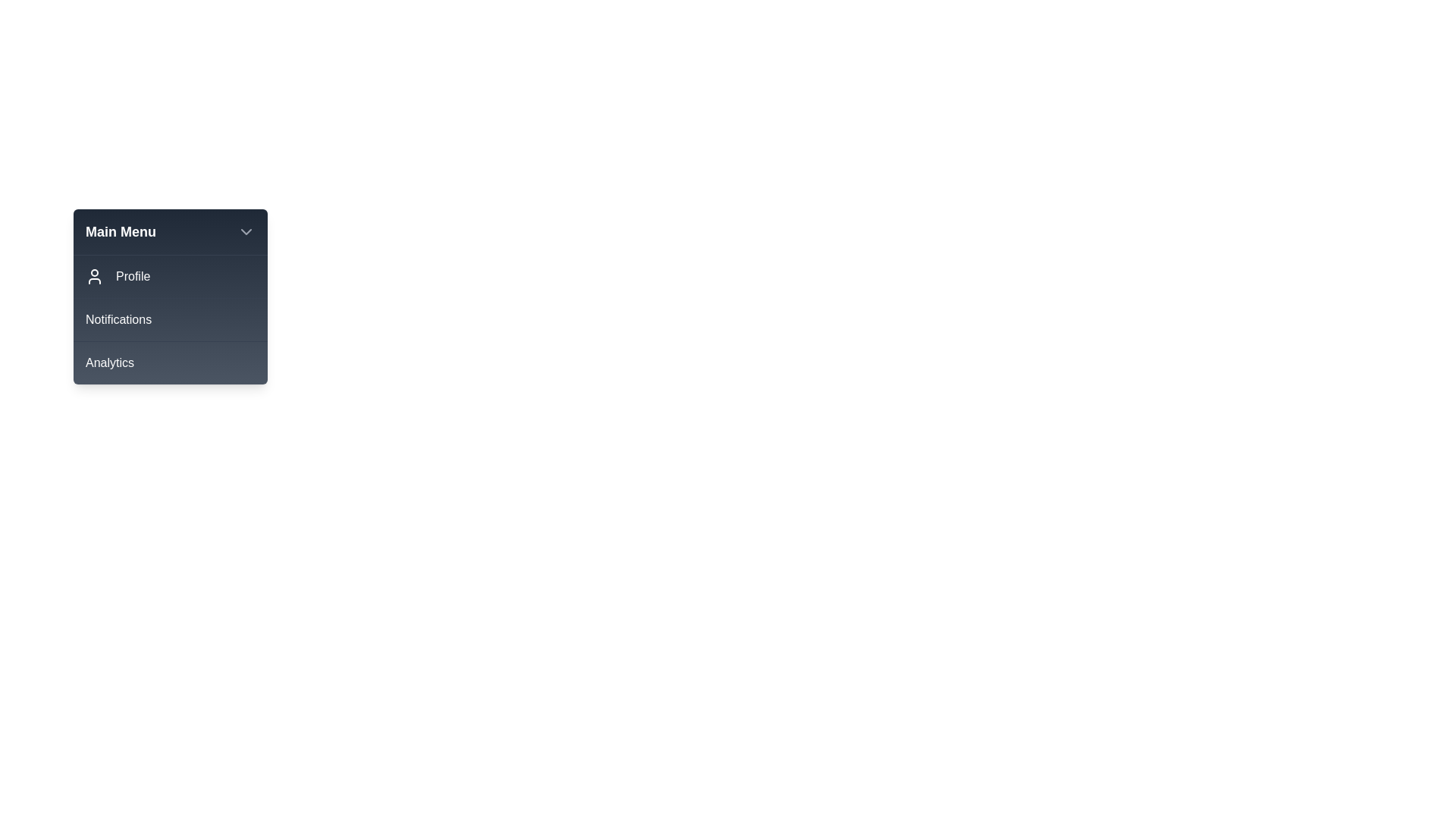  Describe the element at coordinates (93, 277) in the screenshot. I see `the icon associated with the menu item Profile` at that location.